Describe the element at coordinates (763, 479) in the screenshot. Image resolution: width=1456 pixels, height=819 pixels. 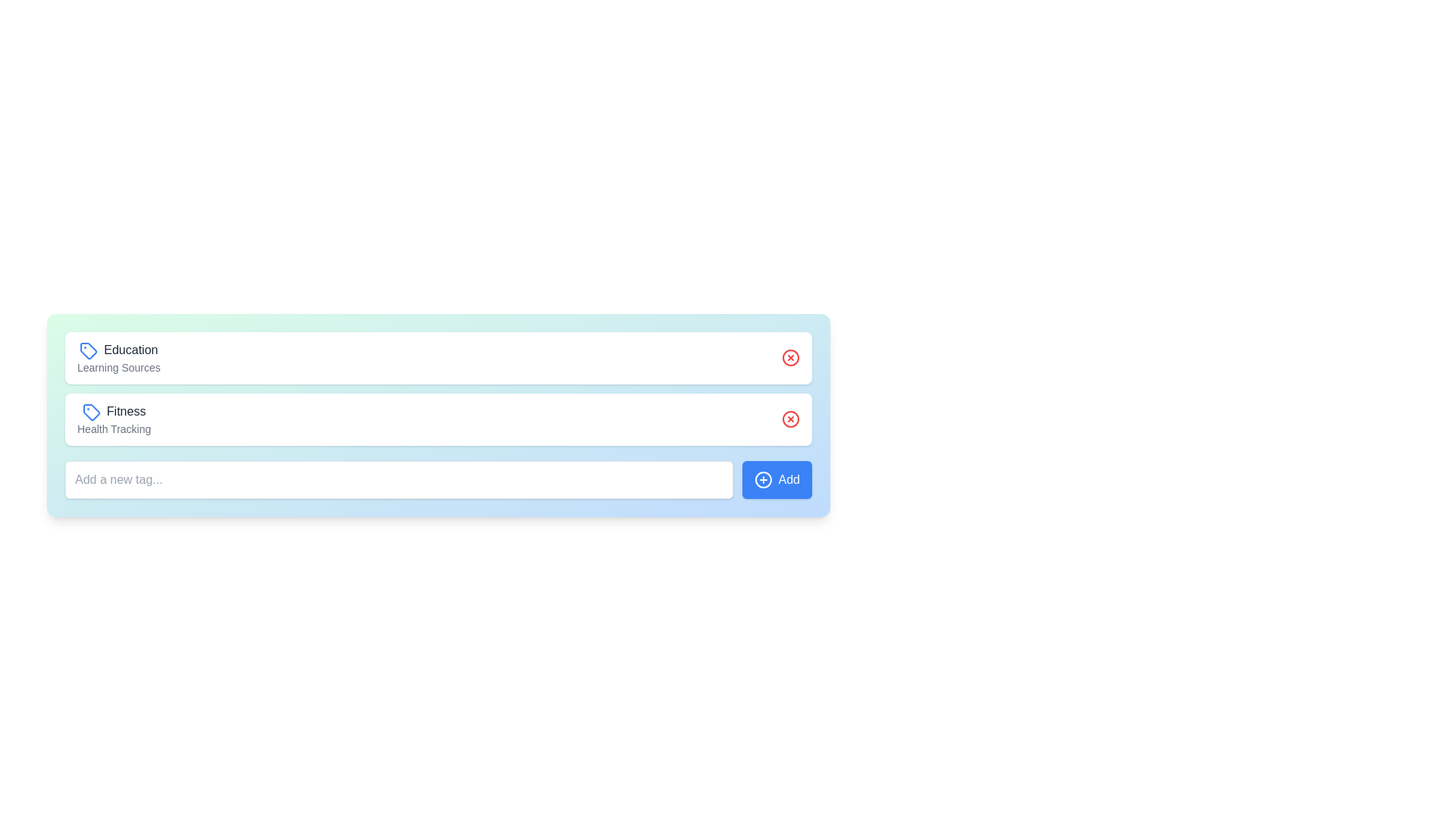
I see `the visual representation of the circle-shaped graphical component located within the SVG graphic, which is part of the interactive button labeled 'Add'` at that location.